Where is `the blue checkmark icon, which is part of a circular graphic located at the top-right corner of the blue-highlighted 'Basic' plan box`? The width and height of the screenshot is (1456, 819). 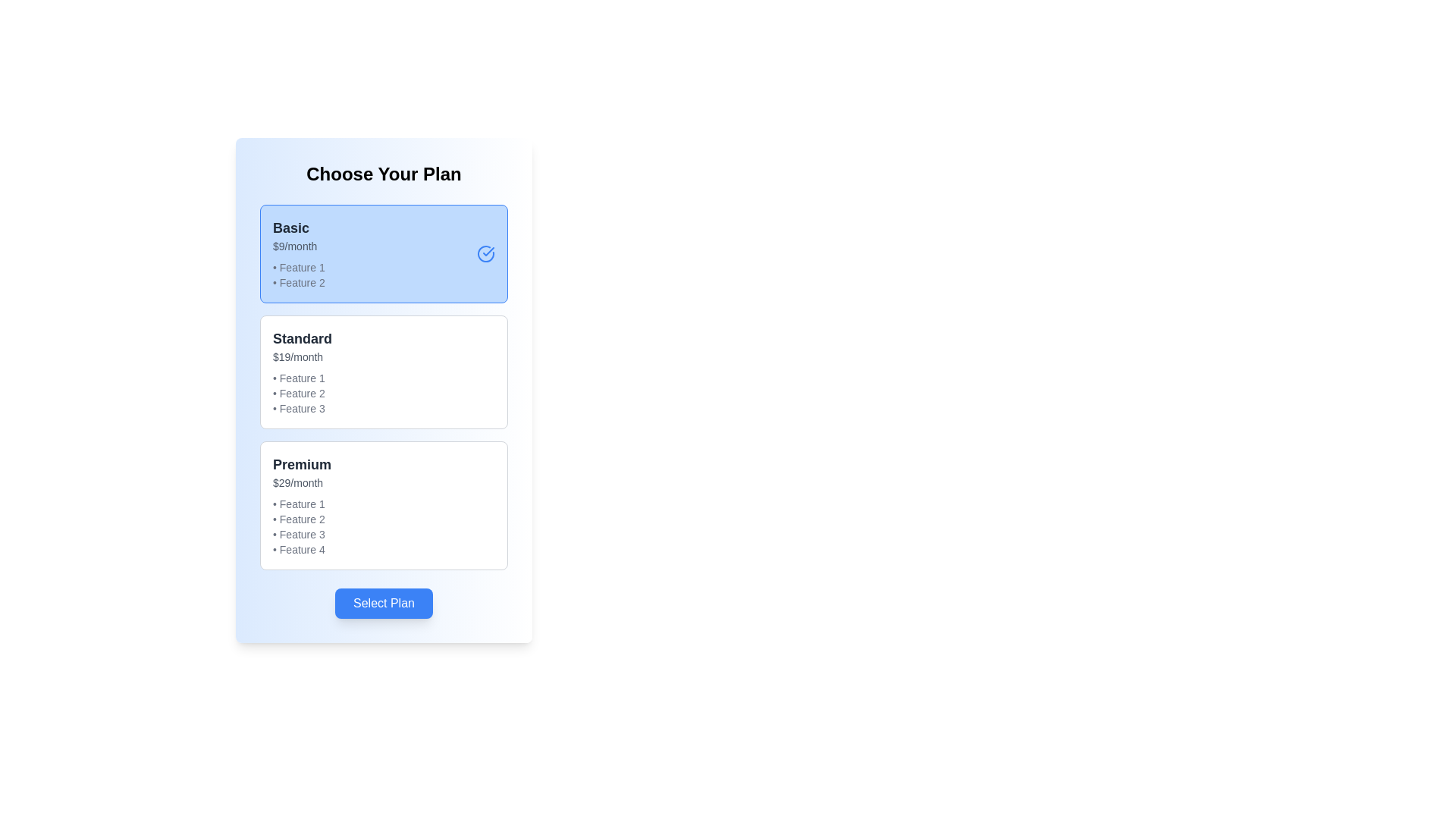 the blue checkmark icon, which is part of a circular graphic located at the top-right corner of the blue-highlighted 'Basic' plan box is located at coordinates (488, 250).